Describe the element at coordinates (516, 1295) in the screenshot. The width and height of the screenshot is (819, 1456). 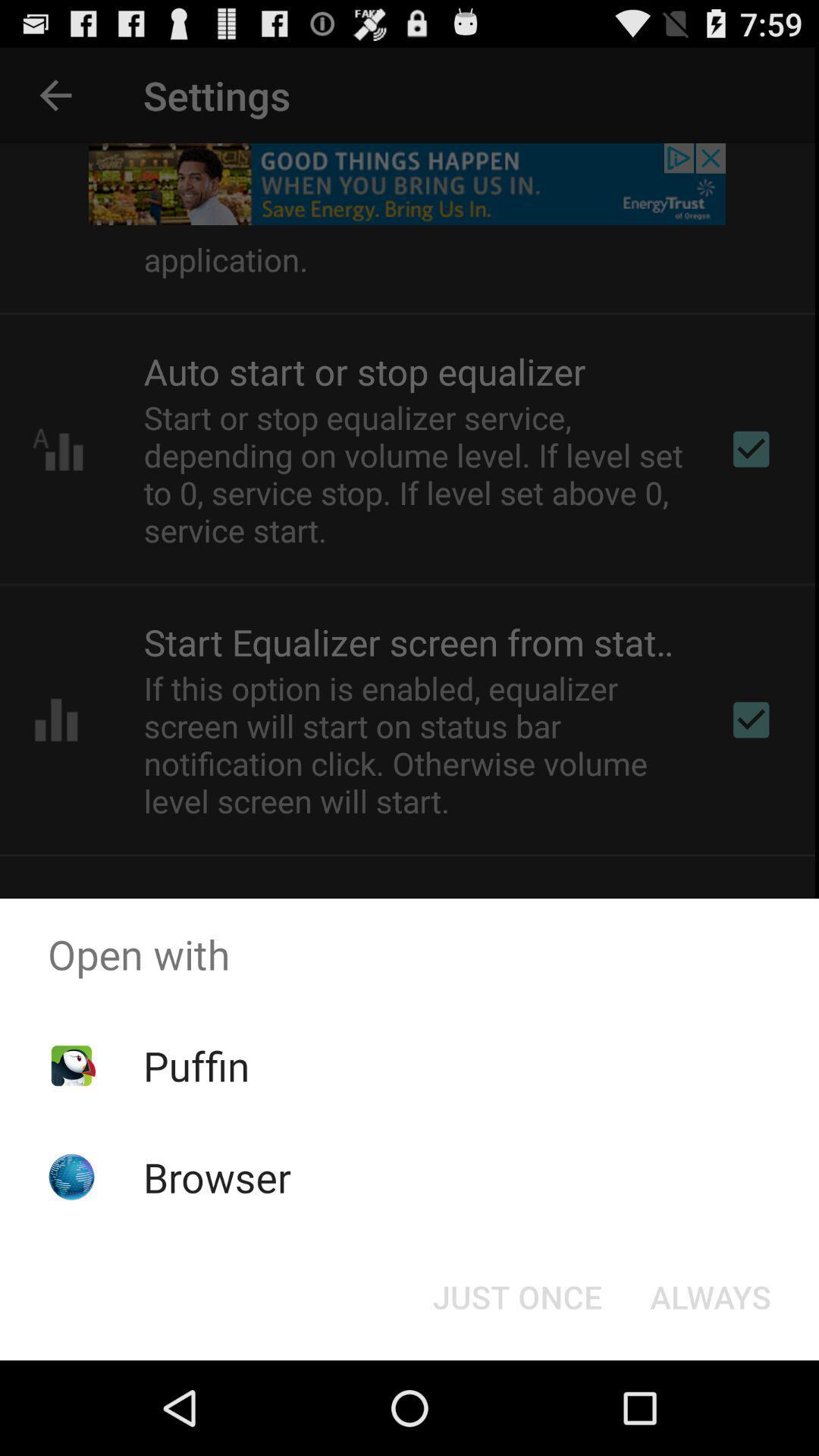
I see `just once button` at that location.